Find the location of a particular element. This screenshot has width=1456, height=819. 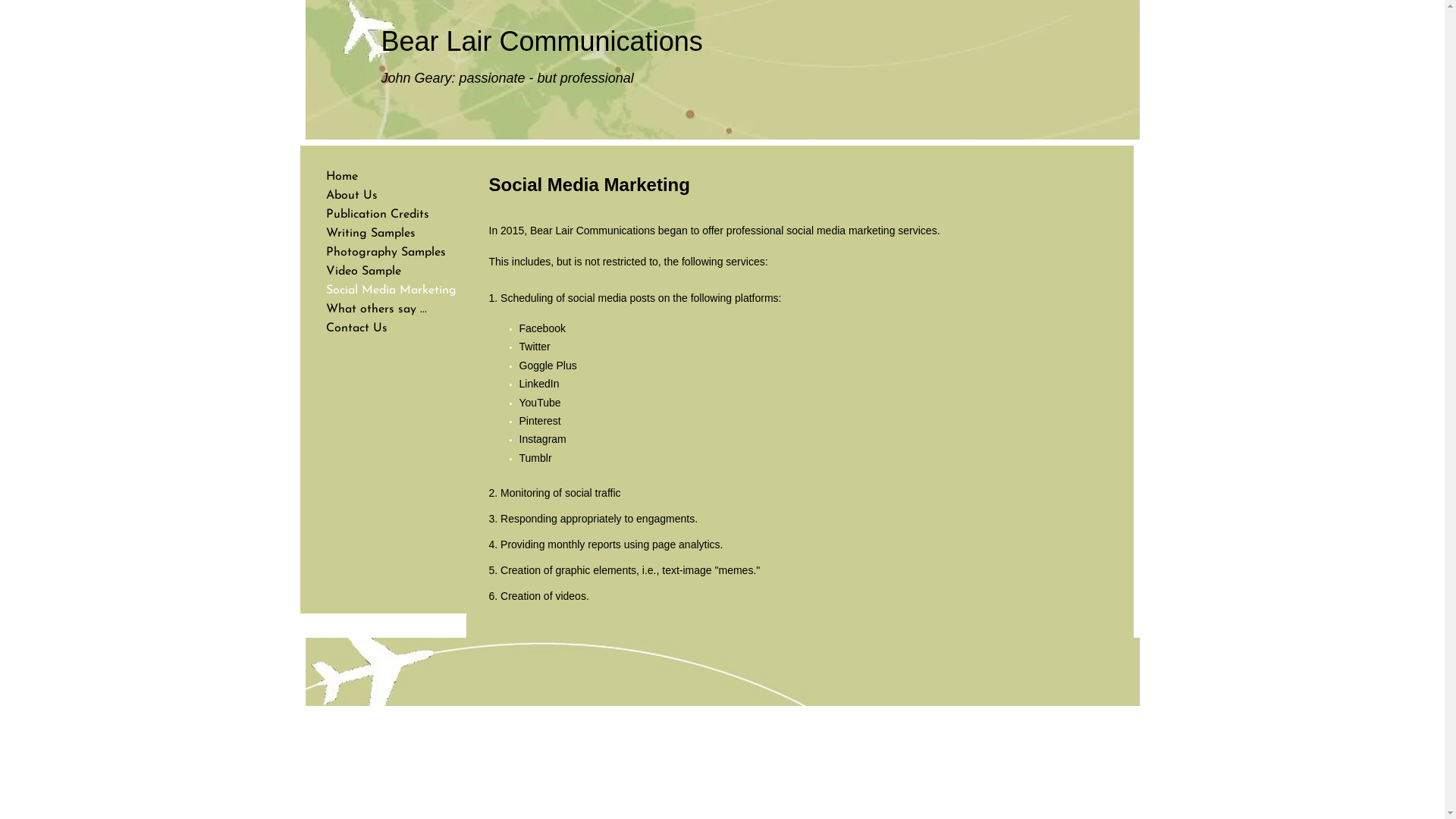

'About Us' is located at coordinates (351, 195).